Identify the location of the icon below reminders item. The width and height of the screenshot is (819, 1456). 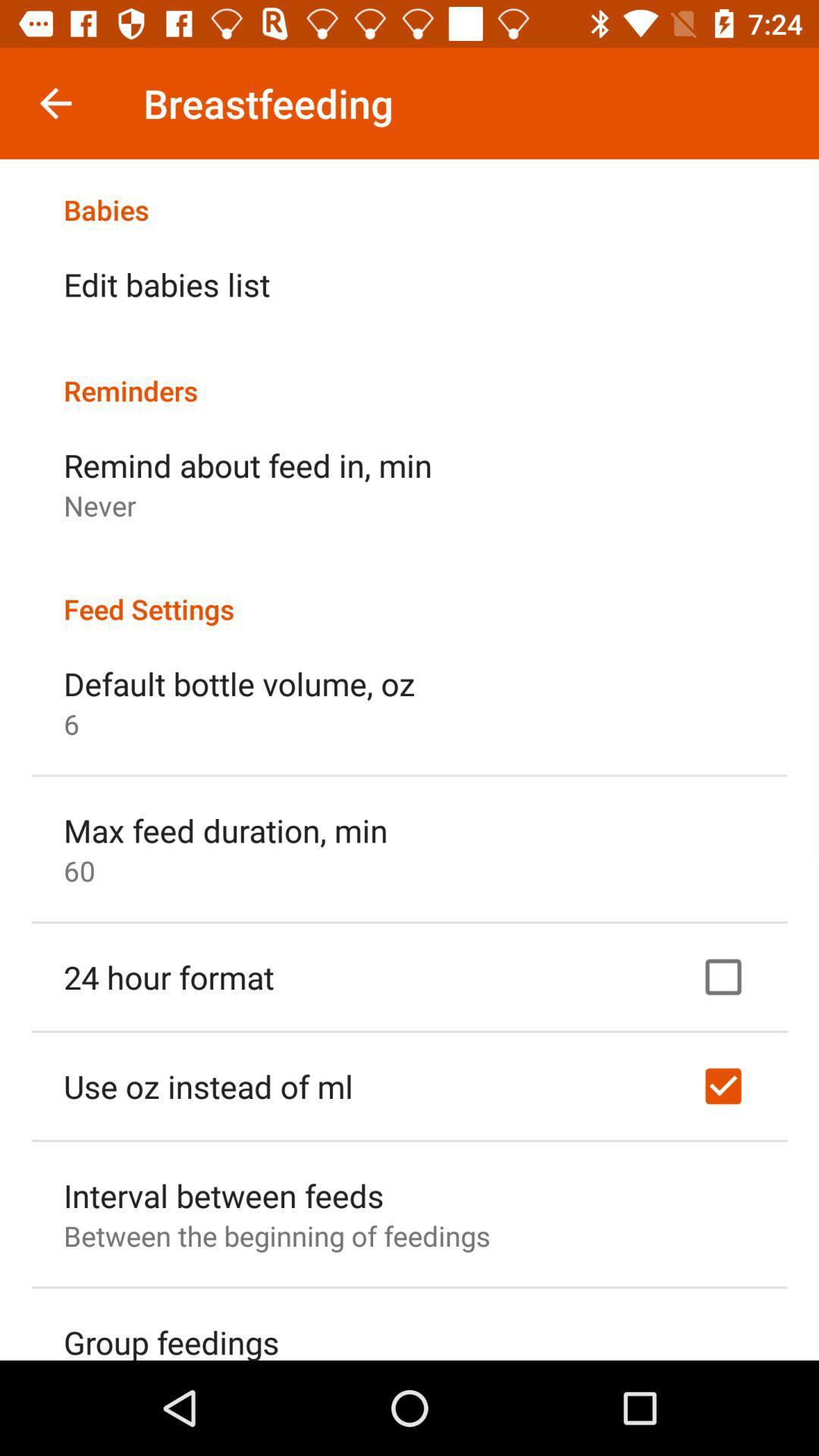
(247, 464).